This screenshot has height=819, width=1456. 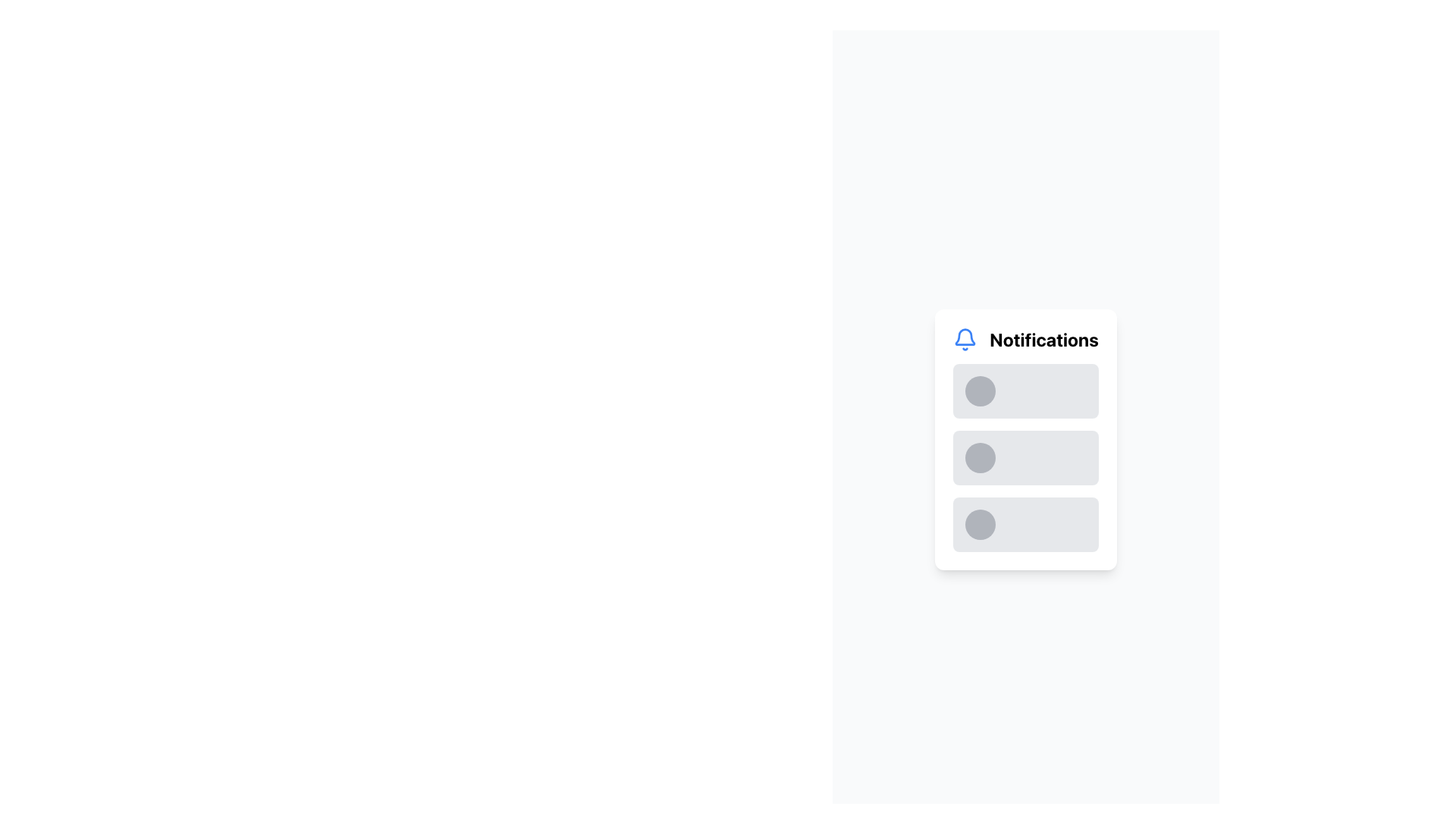 I want to click on the gray rectangular placeholder bar within the notification card, which represents a loading state, so click(x=1046, y=457).